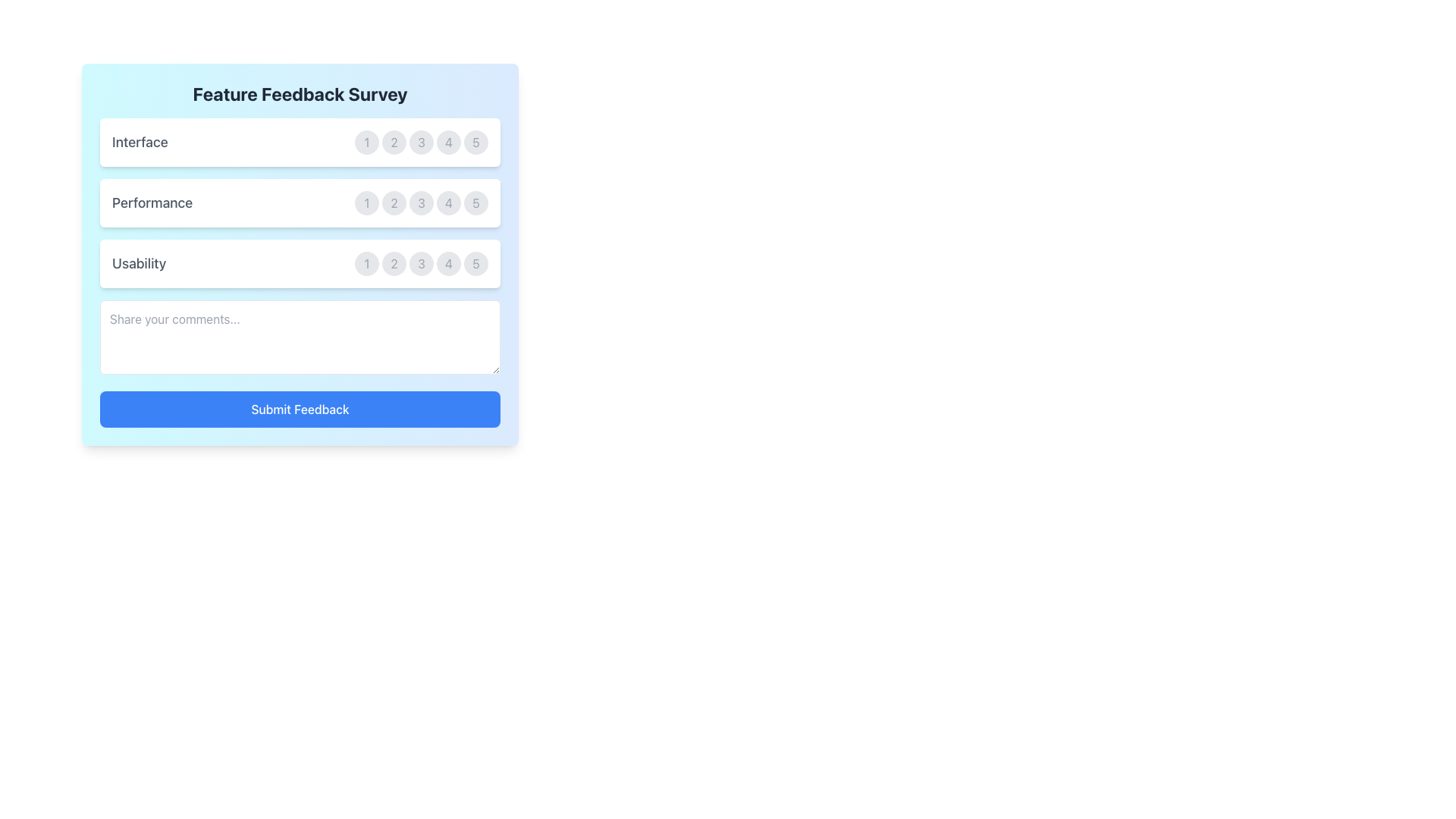  Describe the element at coordinates (447, 143) in the screenshot. I see `the circular button with a light gray background and a darker gray numeral '4' centered within` at that location.